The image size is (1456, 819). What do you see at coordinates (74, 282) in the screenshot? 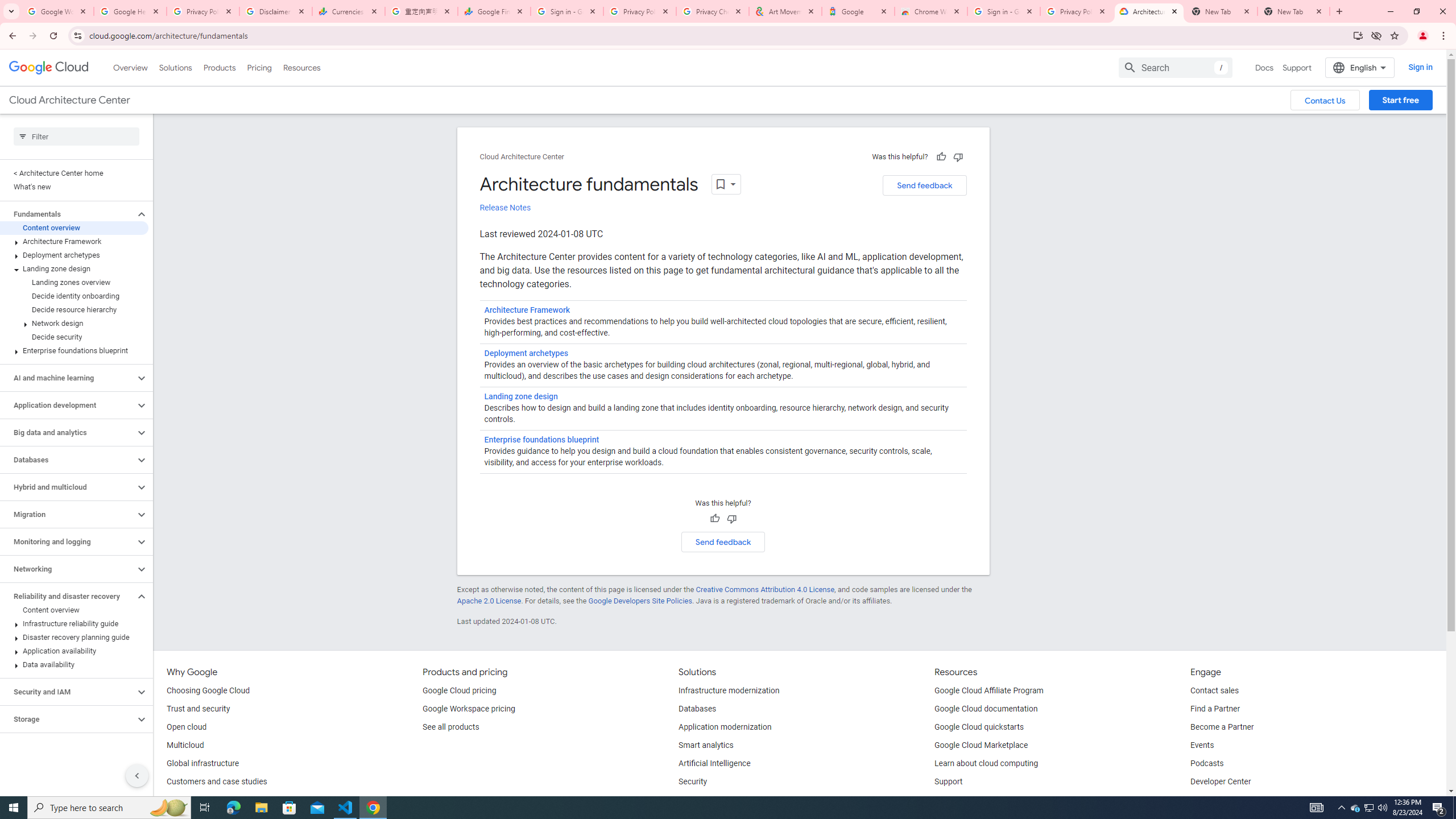
I see `'Landing zones overview'` at bounding box center [74, 282].